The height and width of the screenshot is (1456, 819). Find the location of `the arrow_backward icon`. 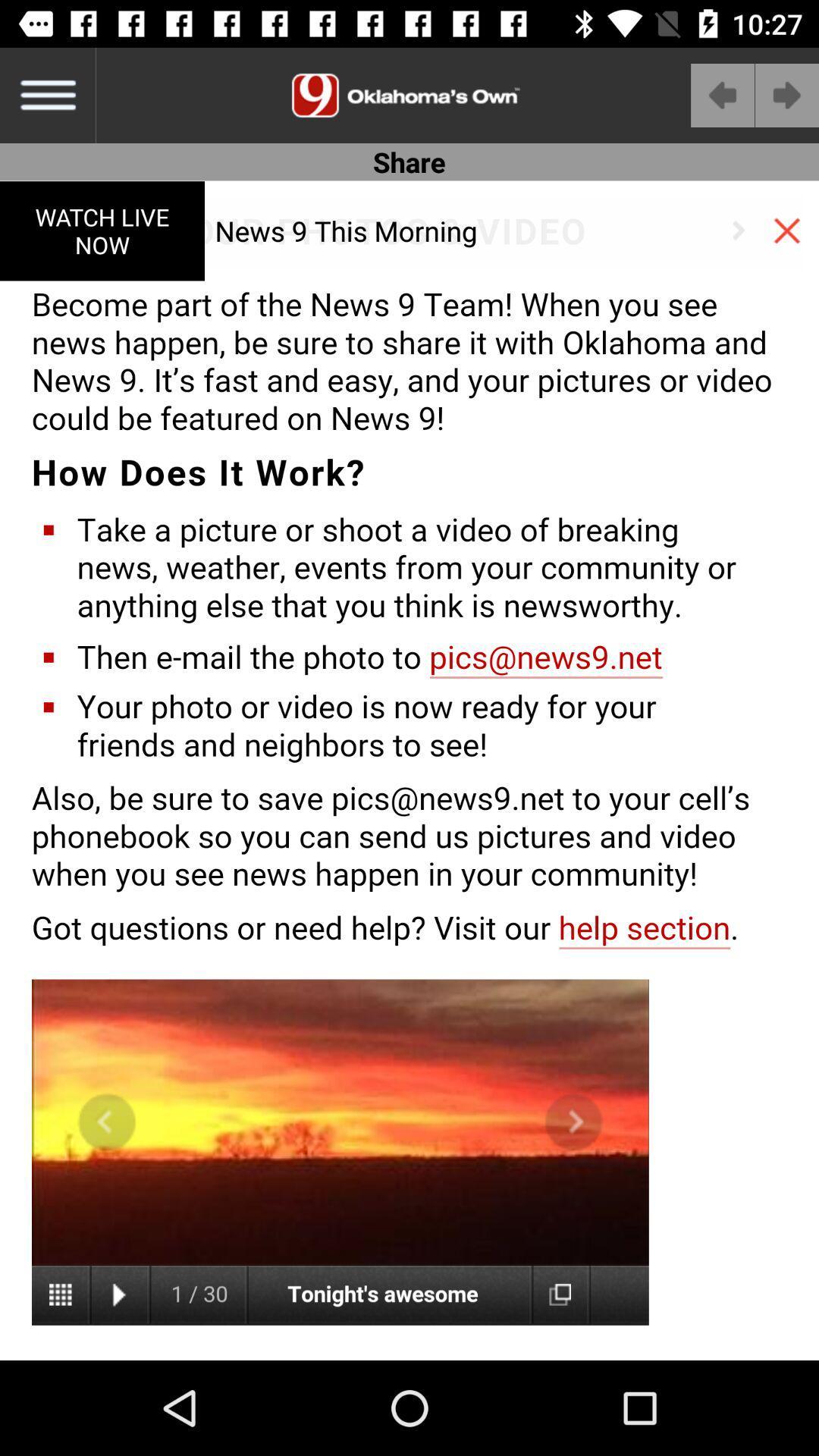

the arrow_backward icon is located at coordinates (722, 94).